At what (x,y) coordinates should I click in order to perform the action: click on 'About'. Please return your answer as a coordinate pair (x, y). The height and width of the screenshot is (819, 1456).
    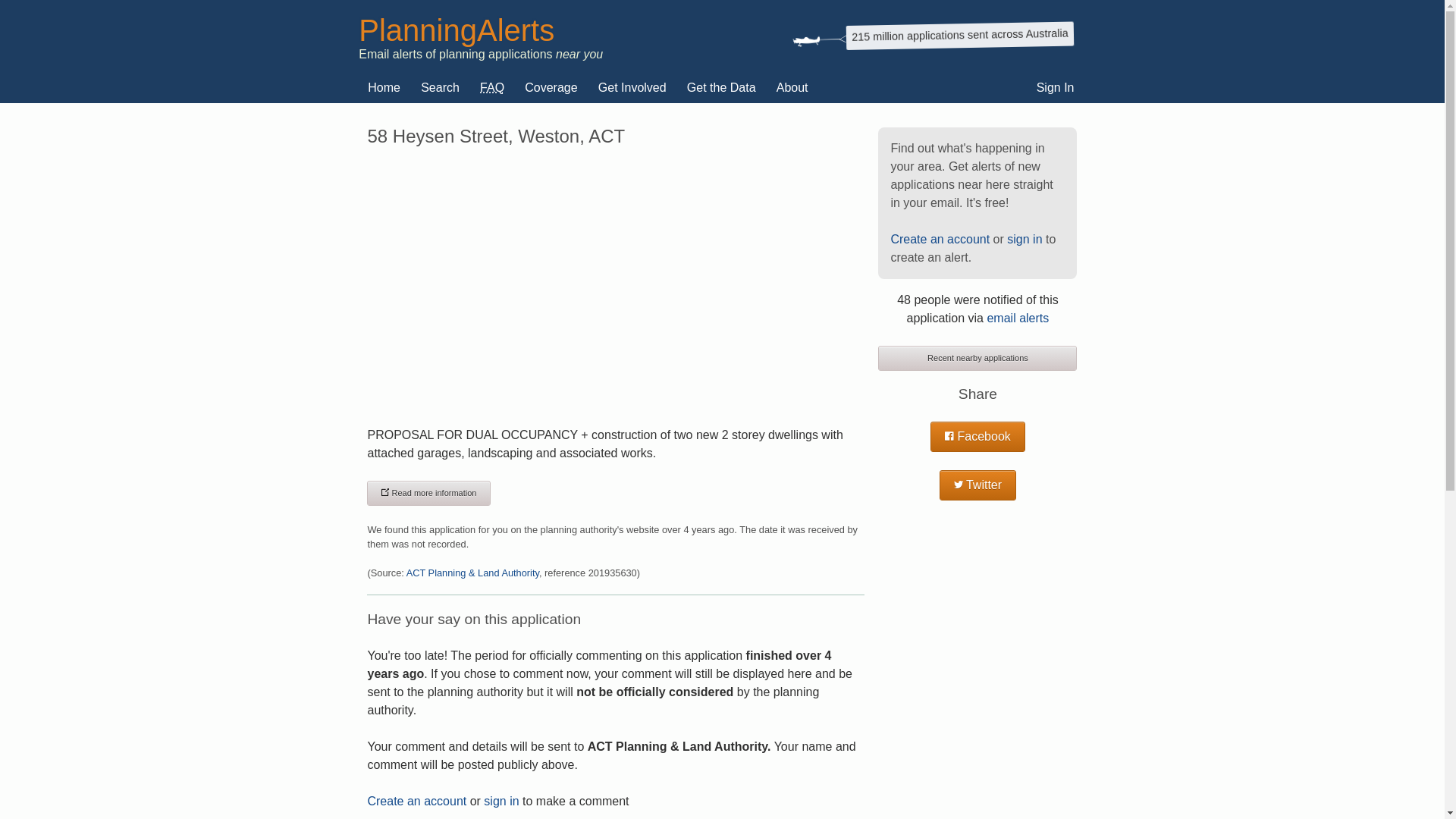
    Looking at the image, I should click on (792, 87).